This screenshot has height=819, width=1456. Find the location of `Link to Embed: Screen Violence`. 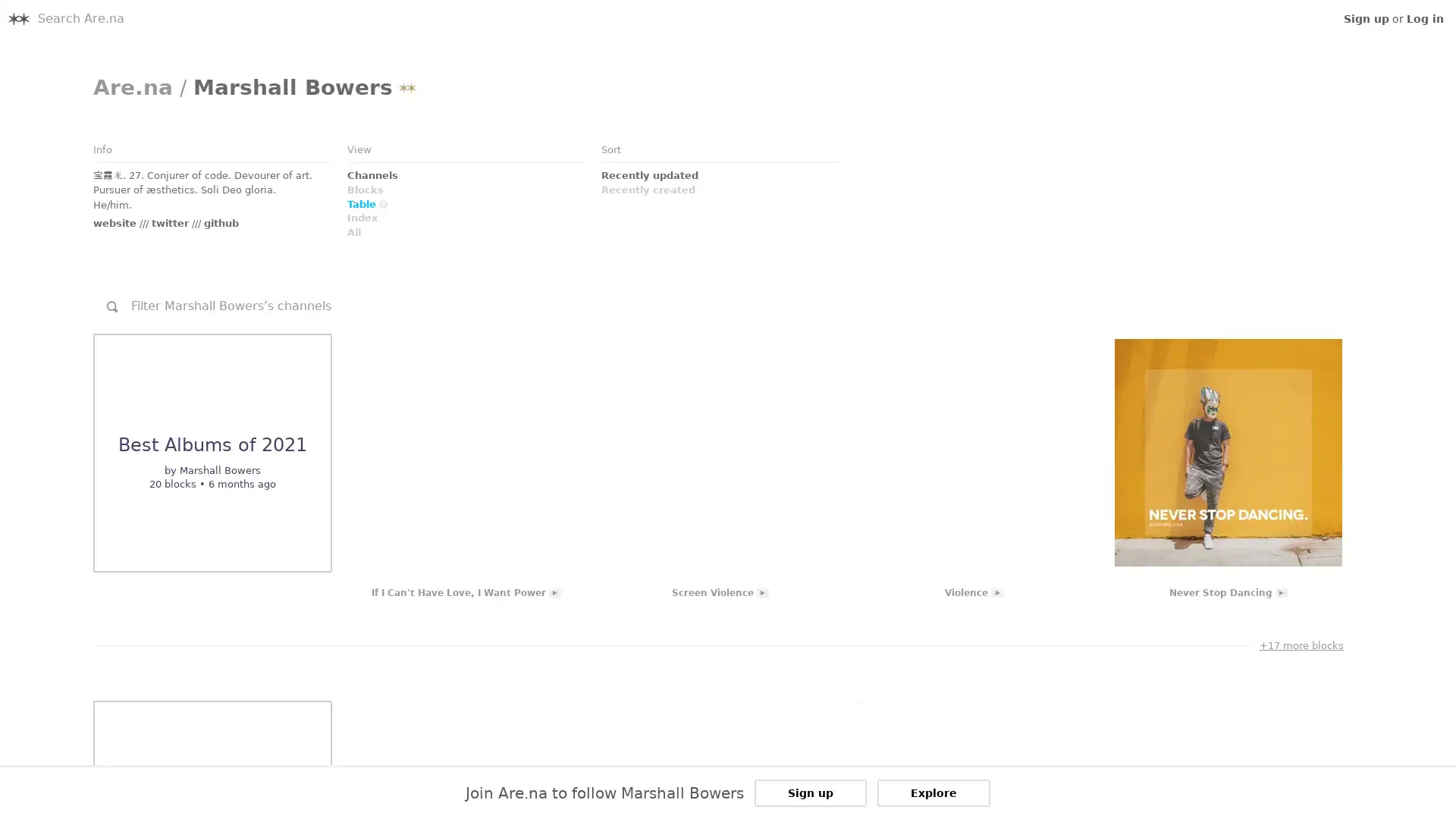

Link to Embed: Screen Violence is located at coordinates (719, 451).